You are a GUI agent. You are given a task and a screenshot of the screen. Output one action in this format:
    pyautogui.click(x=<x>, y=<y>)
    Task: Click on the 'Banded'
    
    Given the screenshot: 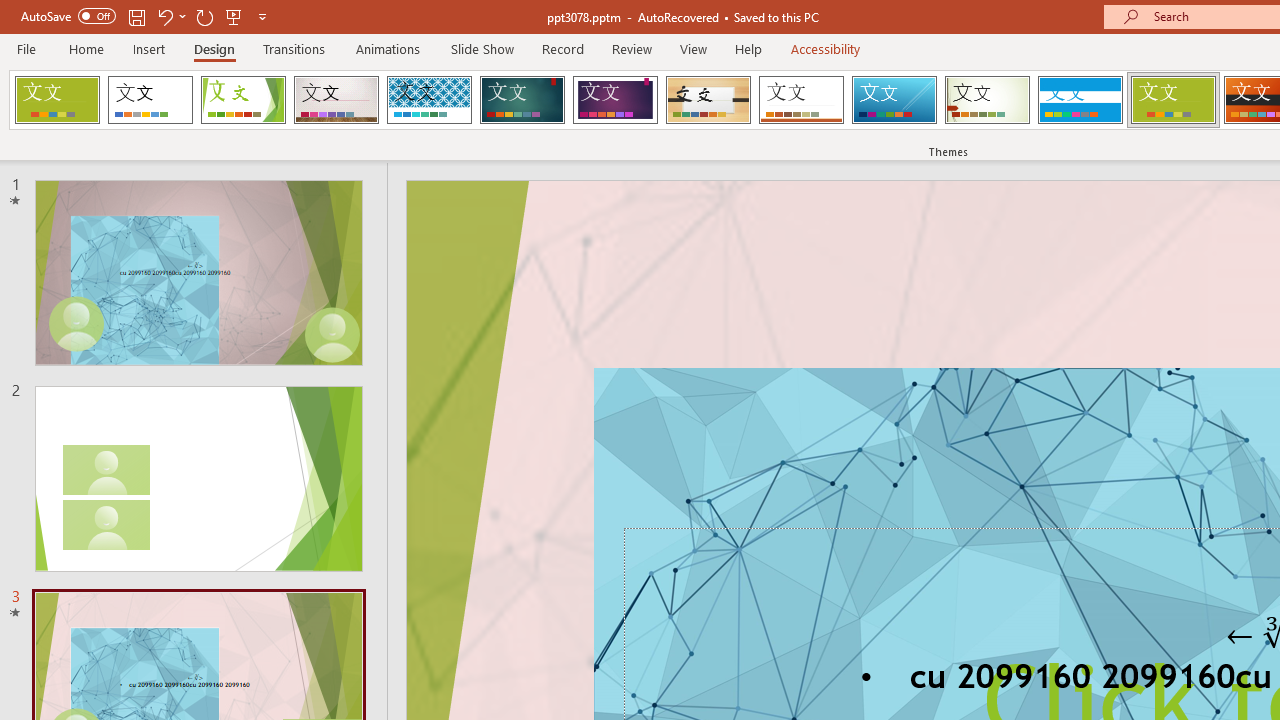 What is the action you would take?
    pyautogui.click(x=1079, y=100)
    